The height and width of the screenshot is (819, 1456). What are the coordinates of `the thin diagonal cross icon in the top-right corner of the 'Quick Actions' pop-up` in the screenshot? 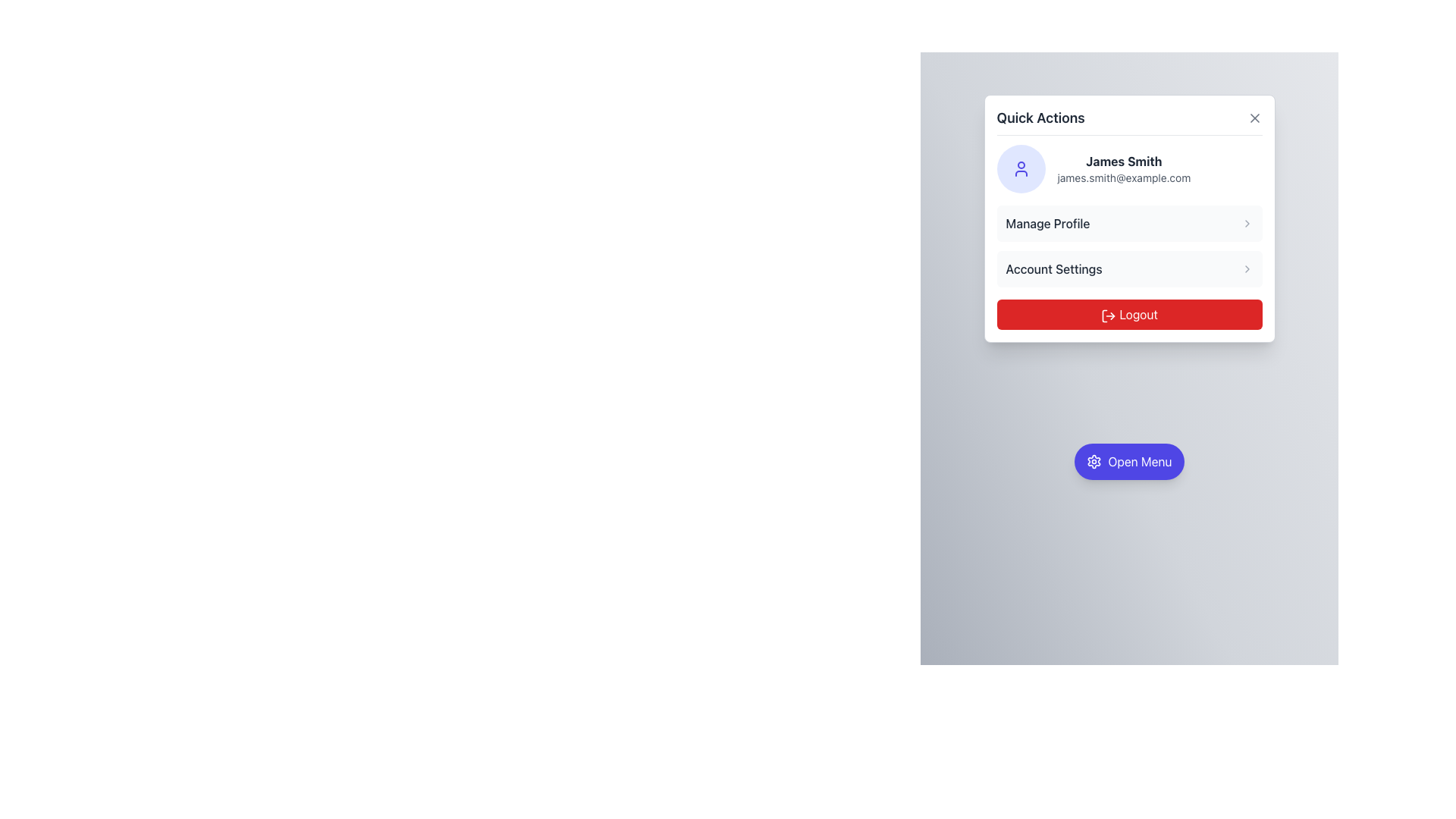 It's located at (1254, 117).